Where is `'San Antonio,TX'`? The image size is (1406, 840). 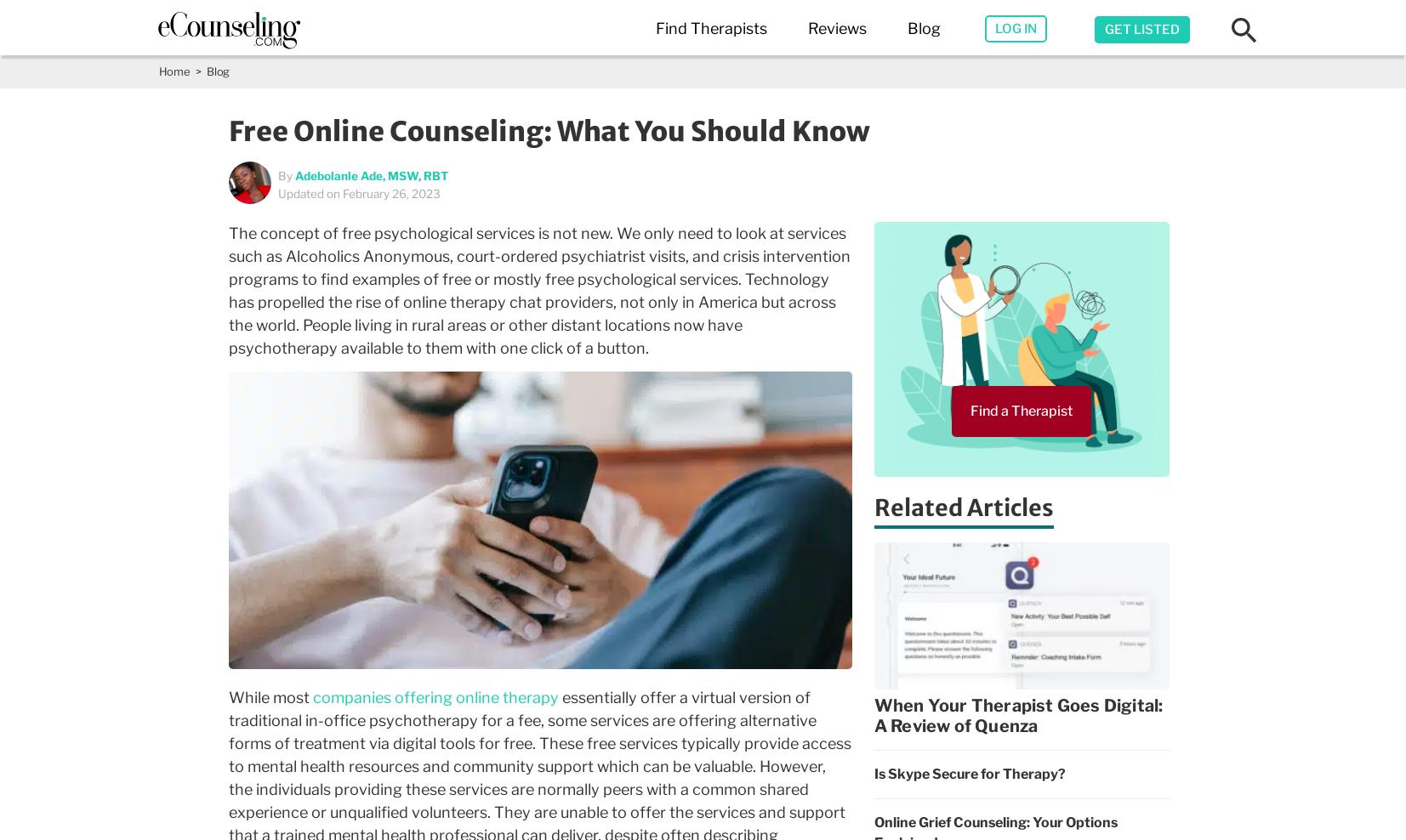 'San Antonio,TX' is located at coordinates (510, 647).